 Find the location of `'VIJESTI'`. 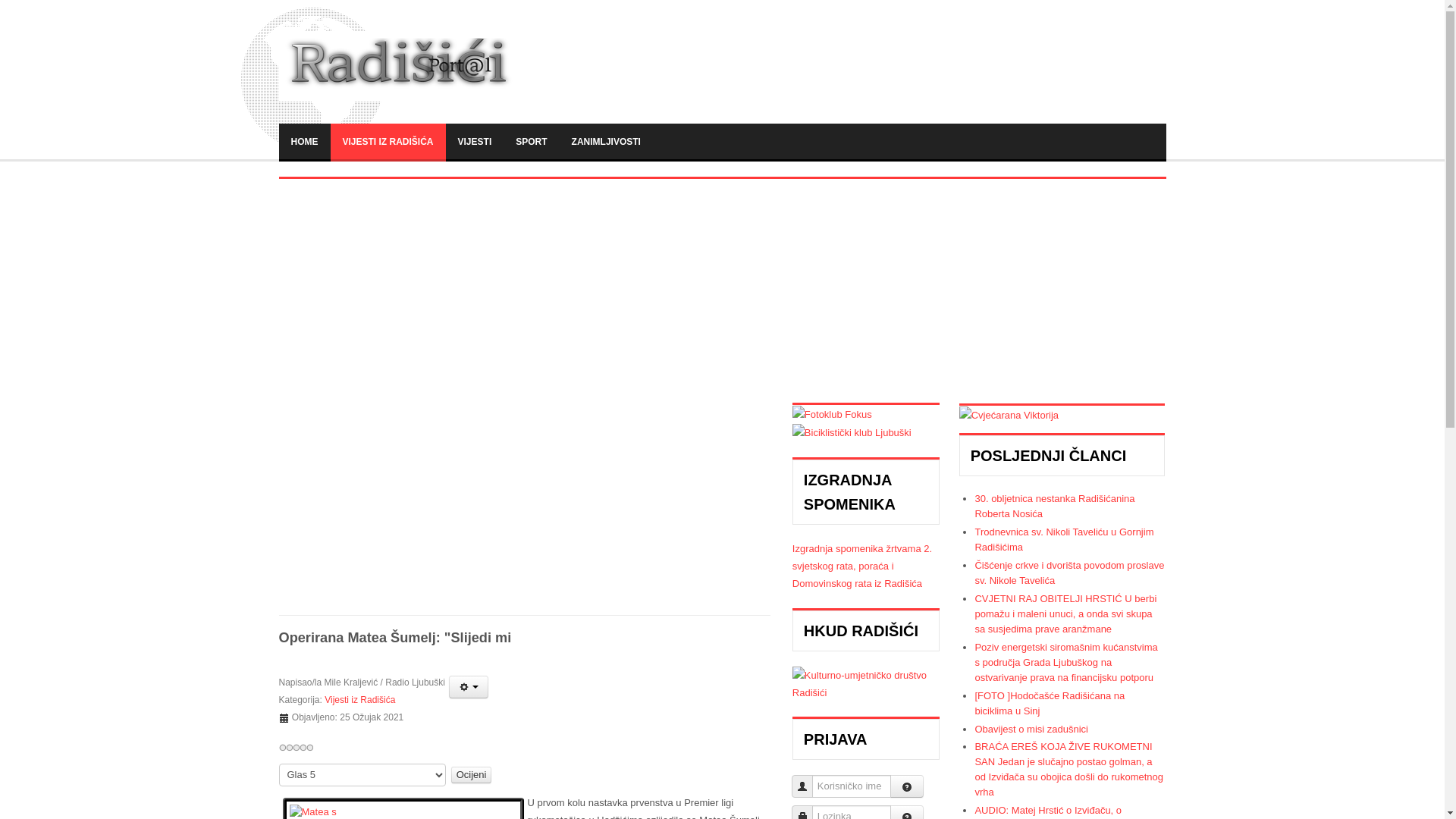

'VIJESTI' is located at coordinates (474, 141).